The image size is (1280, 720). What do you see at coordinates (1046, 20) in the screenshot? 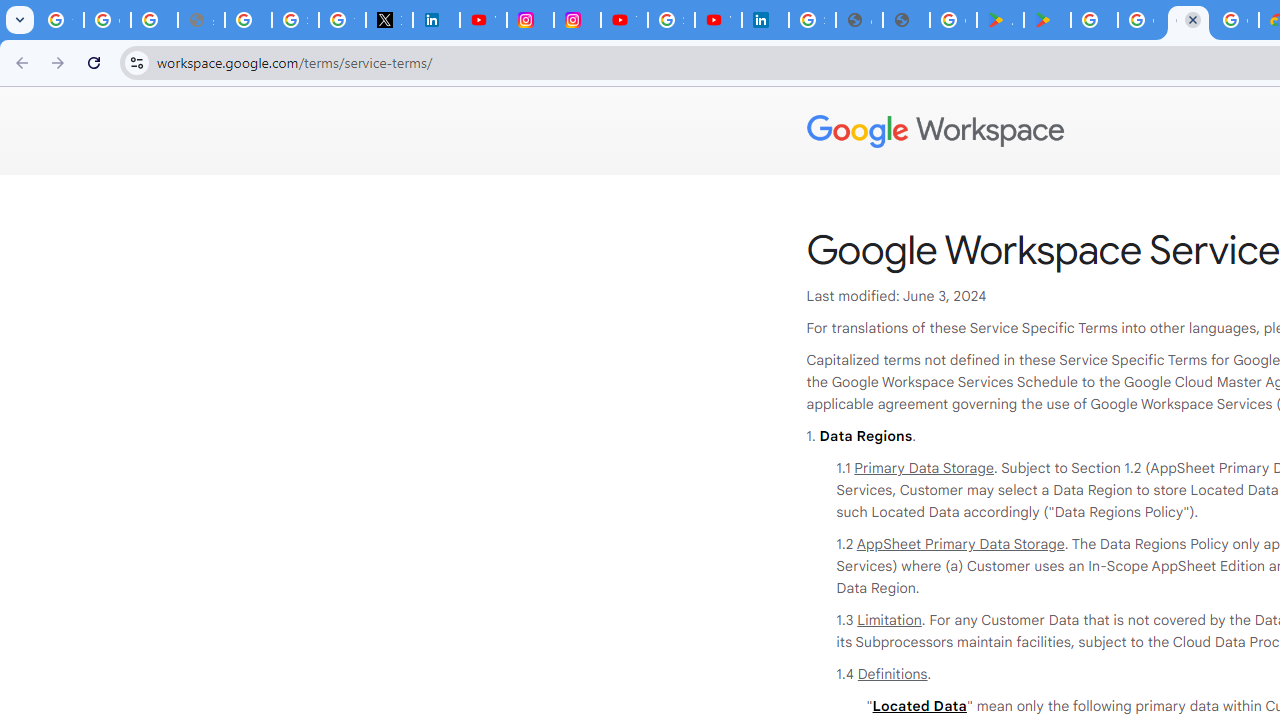
I see `'PAW Patrol Rescue World - Apps on Google Play'` at bounding box center [1046, 20].